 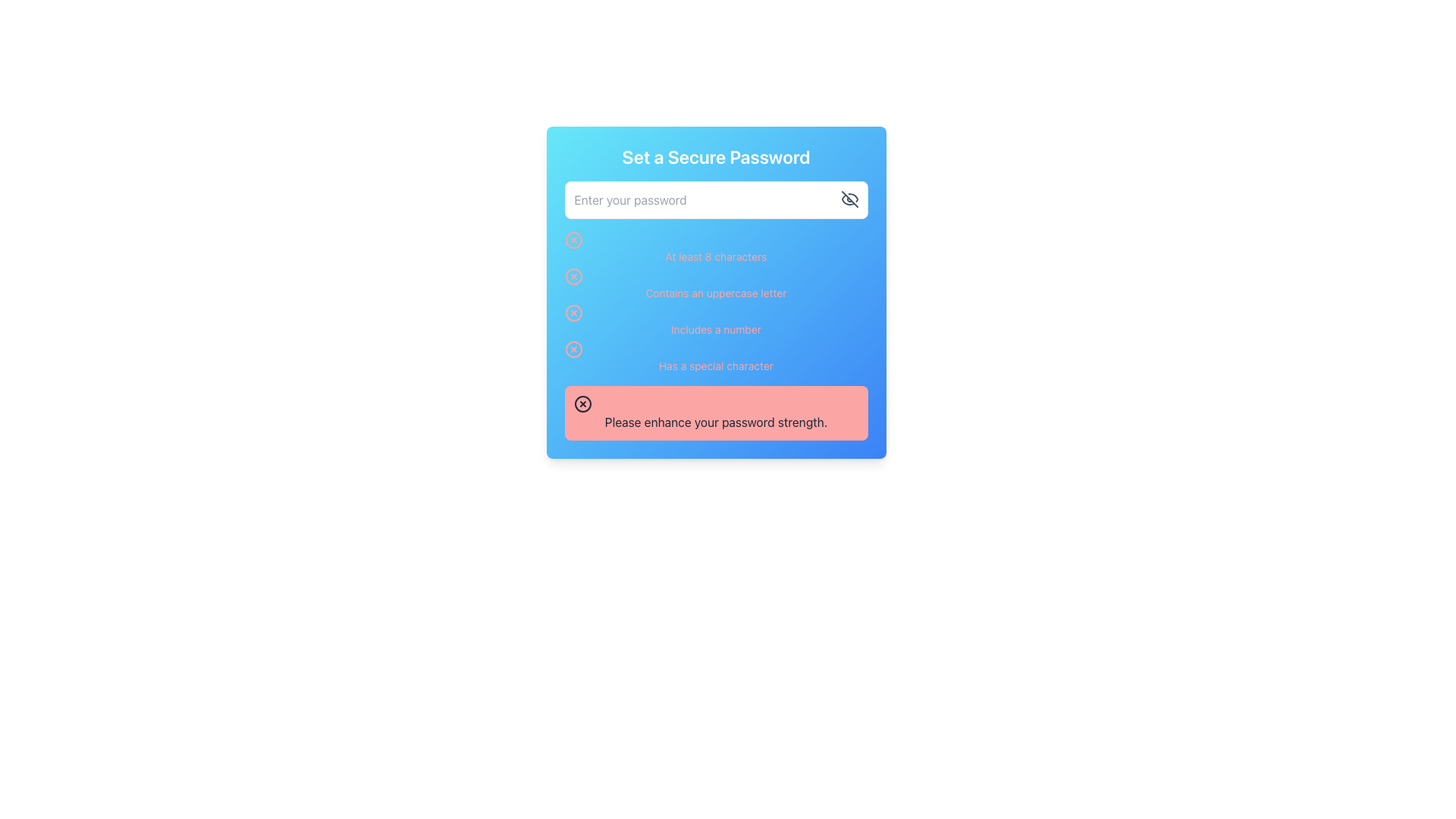 I want to click on the status indicator icon that shows whether the 'Has a special character' criterion for password strength is met, located to the left of the text 'Has a special character.', so click(x=573, y=350).